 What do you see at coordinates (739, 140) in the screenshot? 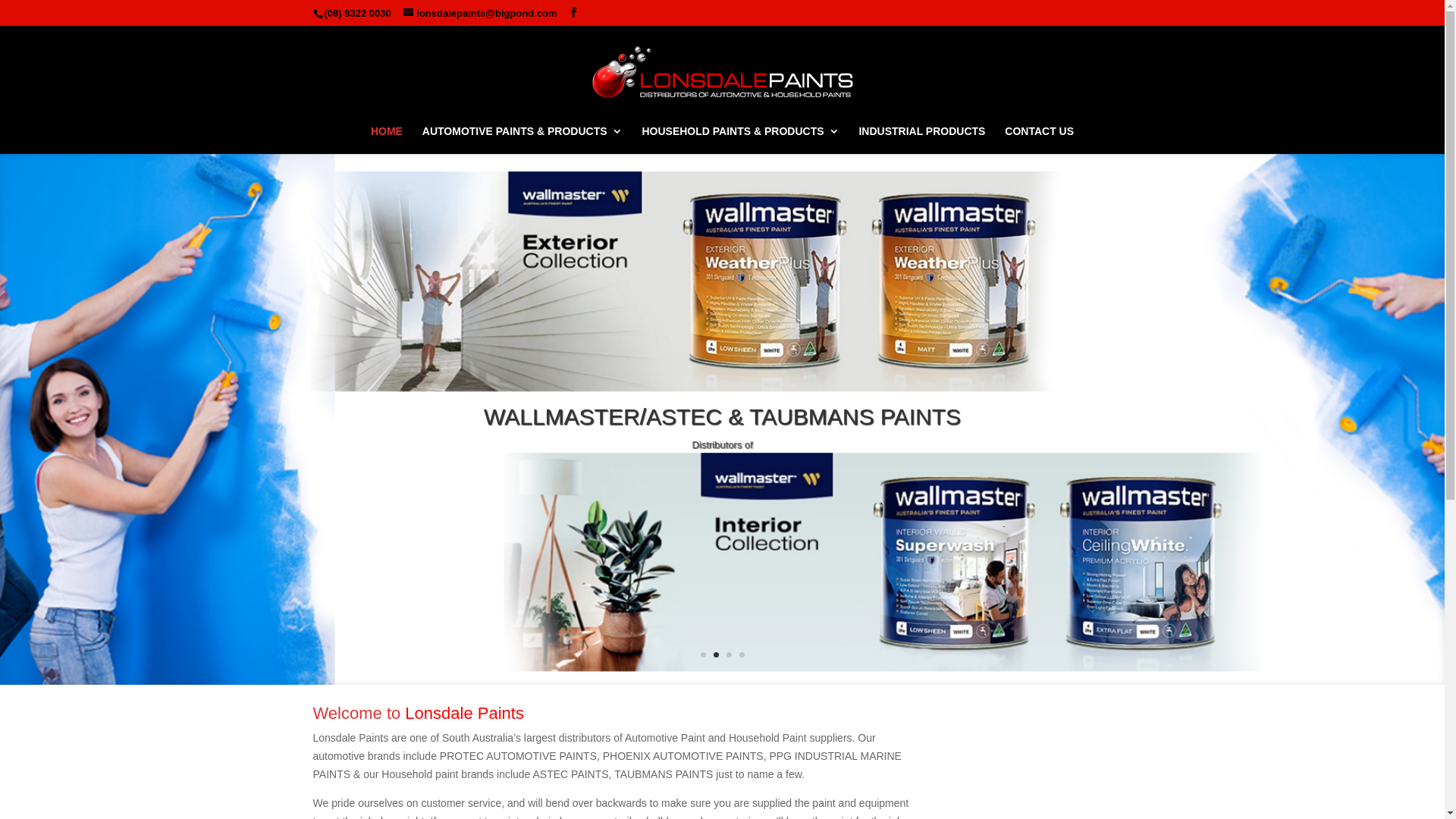
I see `'HOUSEHOLD PAINTS & PRODUCTS'` at bounding box center [739, 140].